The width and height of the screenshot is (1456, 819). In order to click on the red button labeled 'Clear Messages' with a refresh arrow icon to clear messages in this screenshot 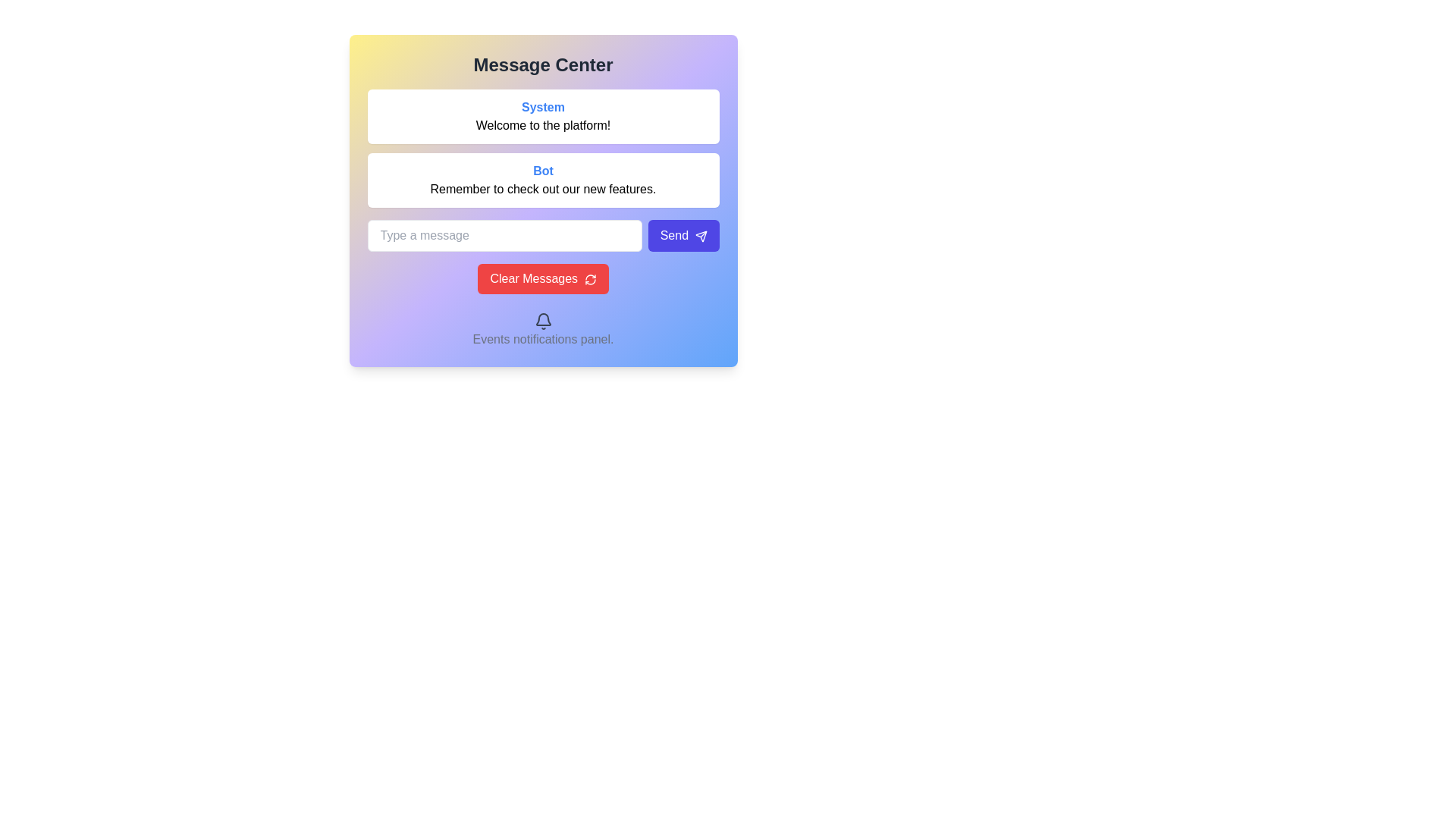, I will do `click(543, 278)`.